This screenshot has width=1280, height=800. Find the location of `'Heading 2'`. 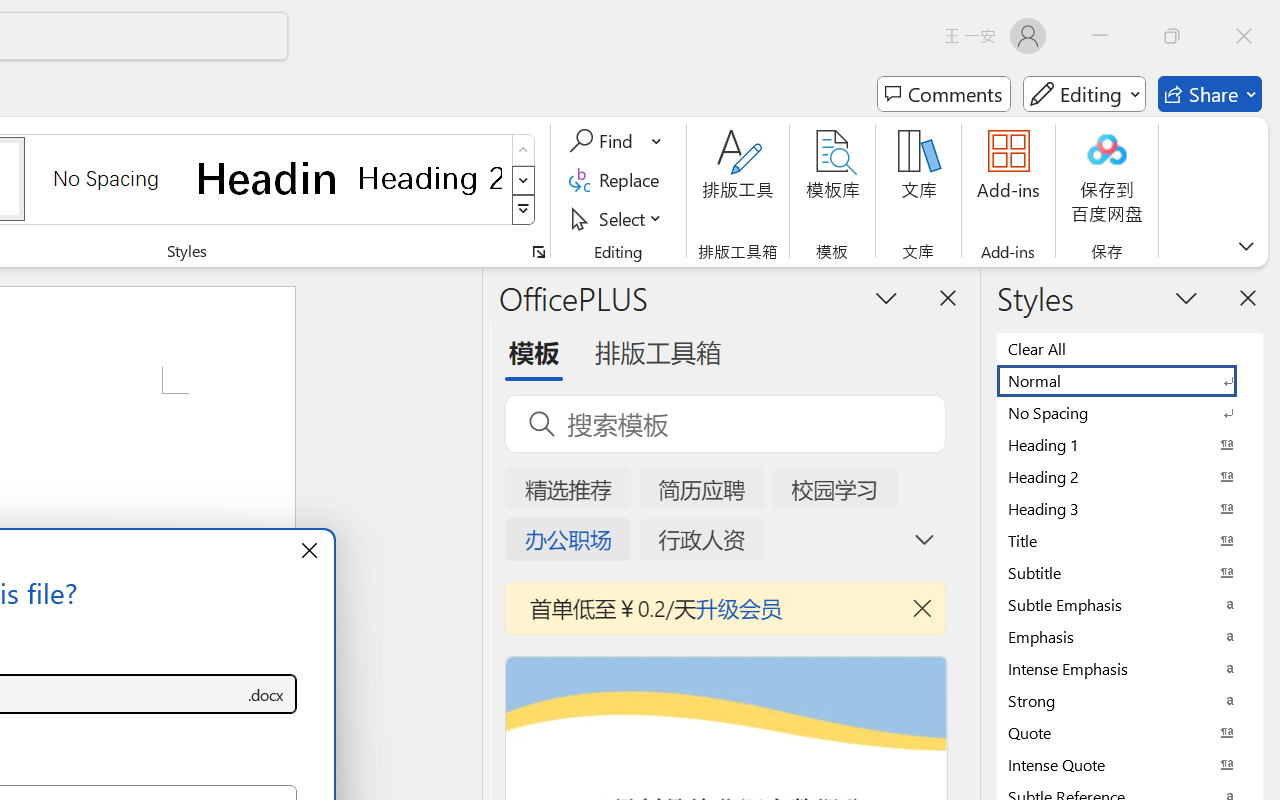

'Heading 2' is located at coordinates (429, 177).